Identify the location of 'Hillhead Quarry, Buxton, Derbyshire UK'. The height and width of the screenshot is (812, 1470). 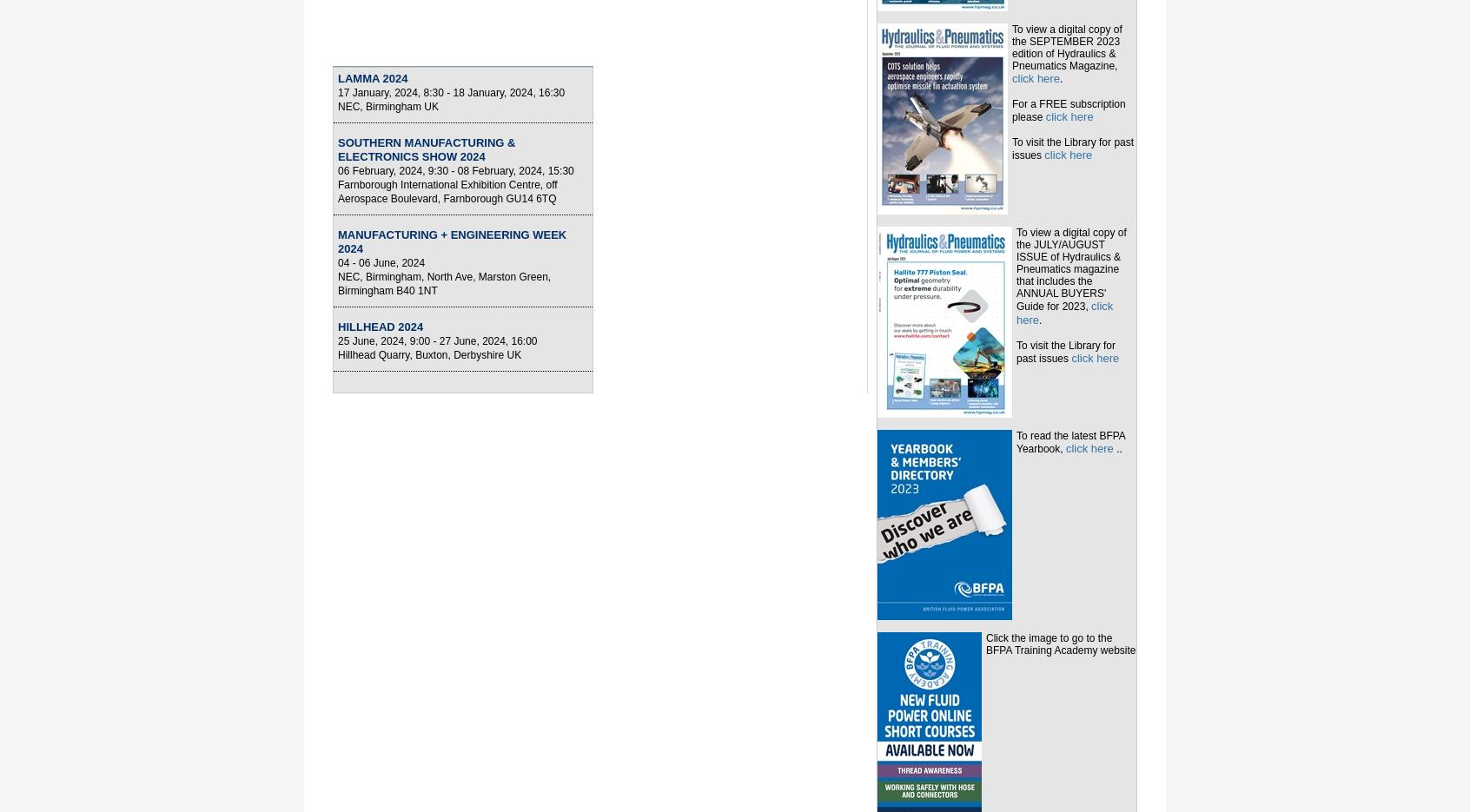
(429, 354).